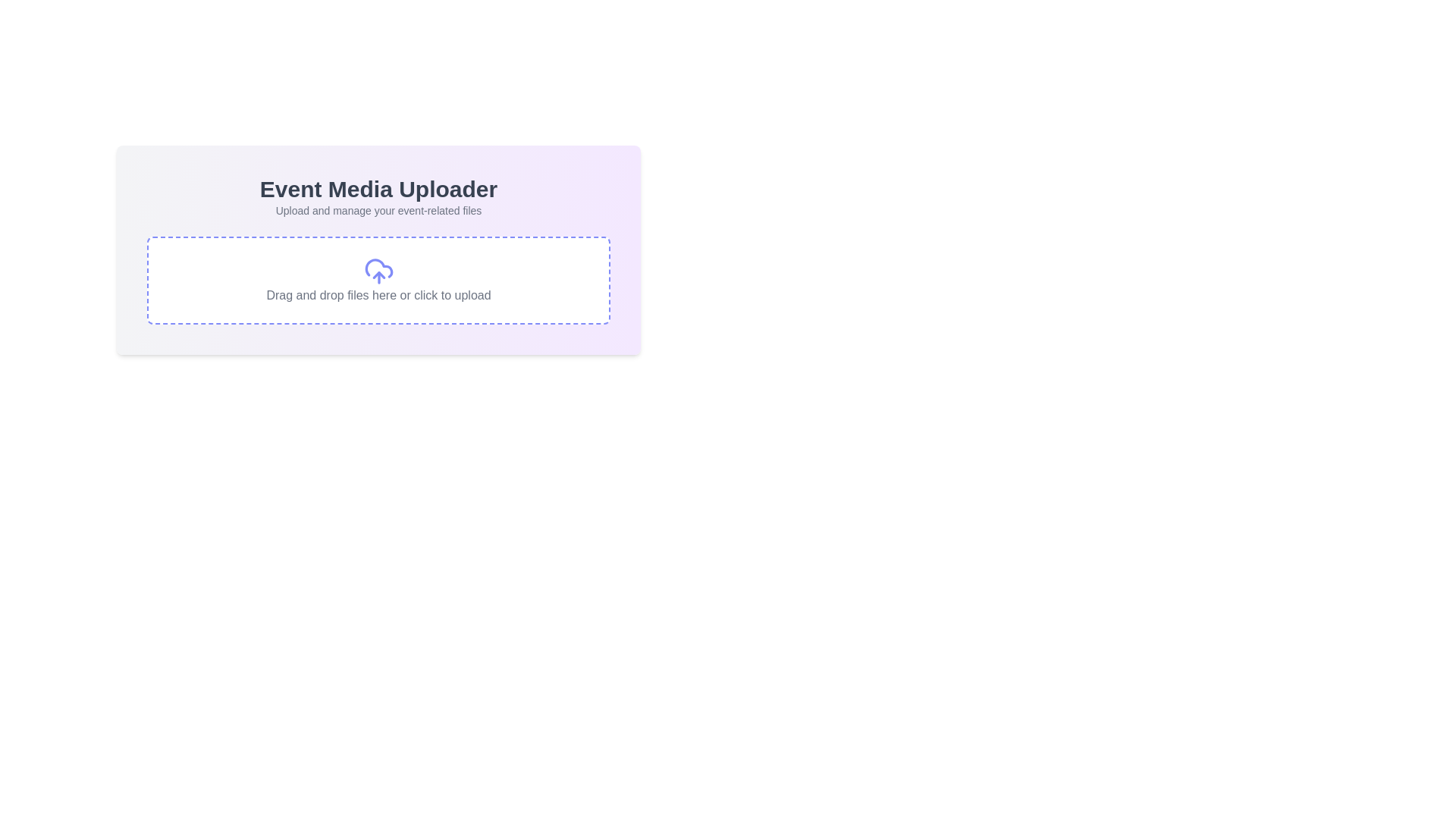 Image resolution: width=1456 pixels, height=819 pixels. What do you see at coordinates (378, 210) in the screenshot?
I see `the text label that provides guidance for the file uploading feature, located below the title 'Event Media Uploader'` at bounding box center [378, 210].